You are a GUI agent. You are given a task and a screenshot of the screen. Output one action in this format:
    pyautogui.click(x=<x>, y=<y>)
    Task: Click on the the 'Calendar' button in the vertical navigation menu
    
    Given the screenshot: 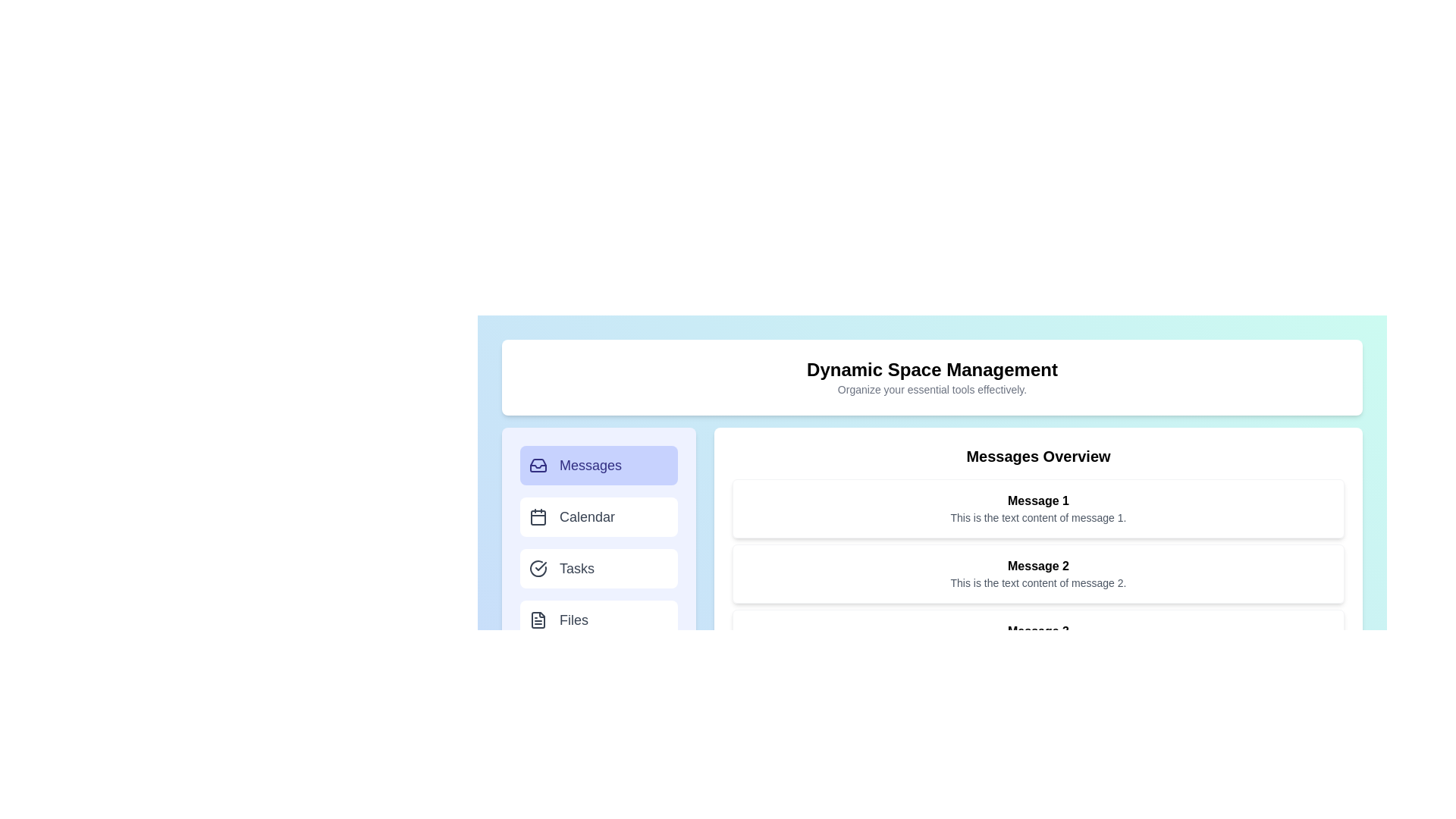 What is the action you would take?
    pyautogui.click(x=598, y=542)
    